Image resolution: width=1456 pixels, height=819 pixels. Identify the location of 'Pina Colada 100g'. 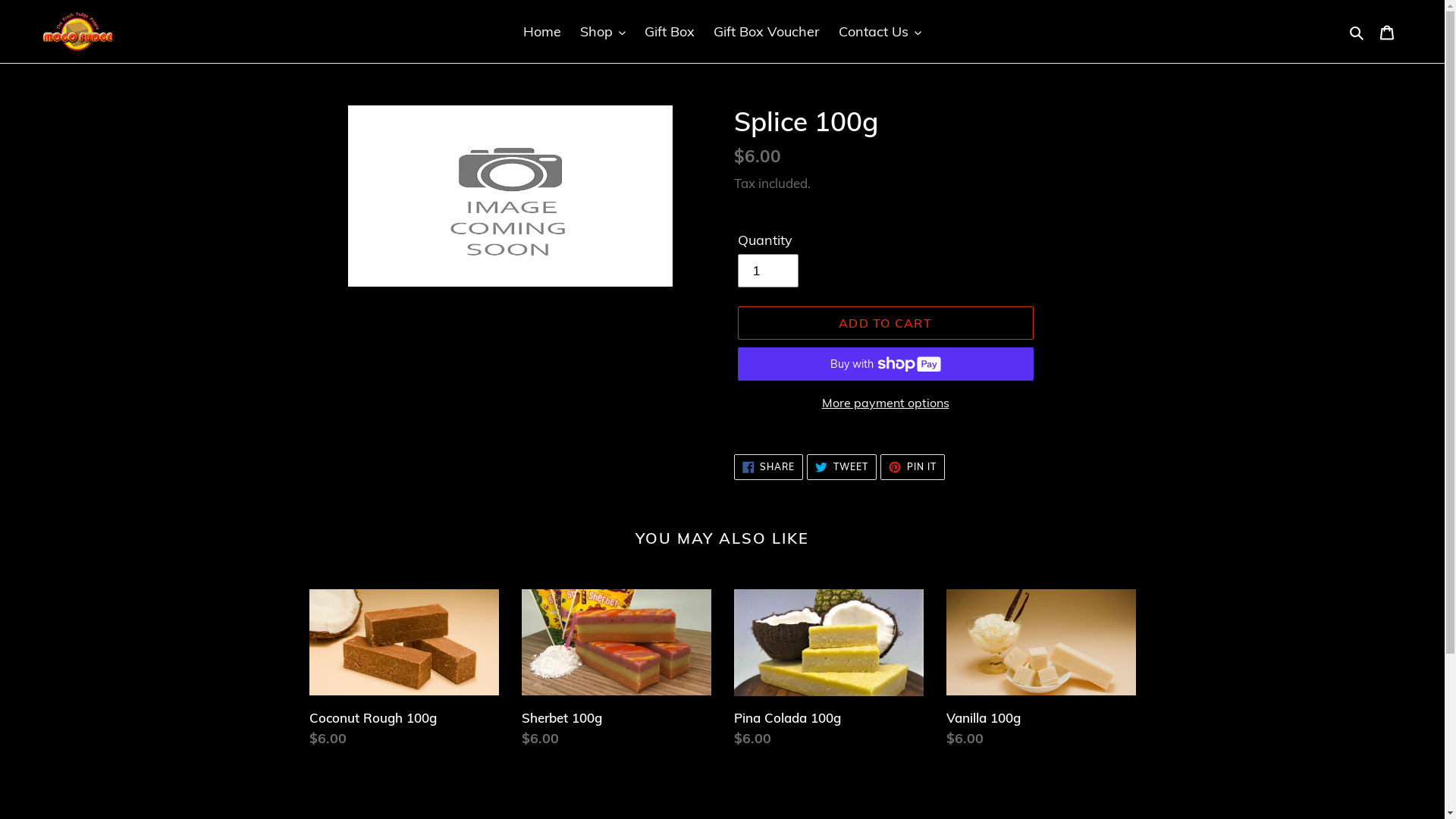
(828, 671).